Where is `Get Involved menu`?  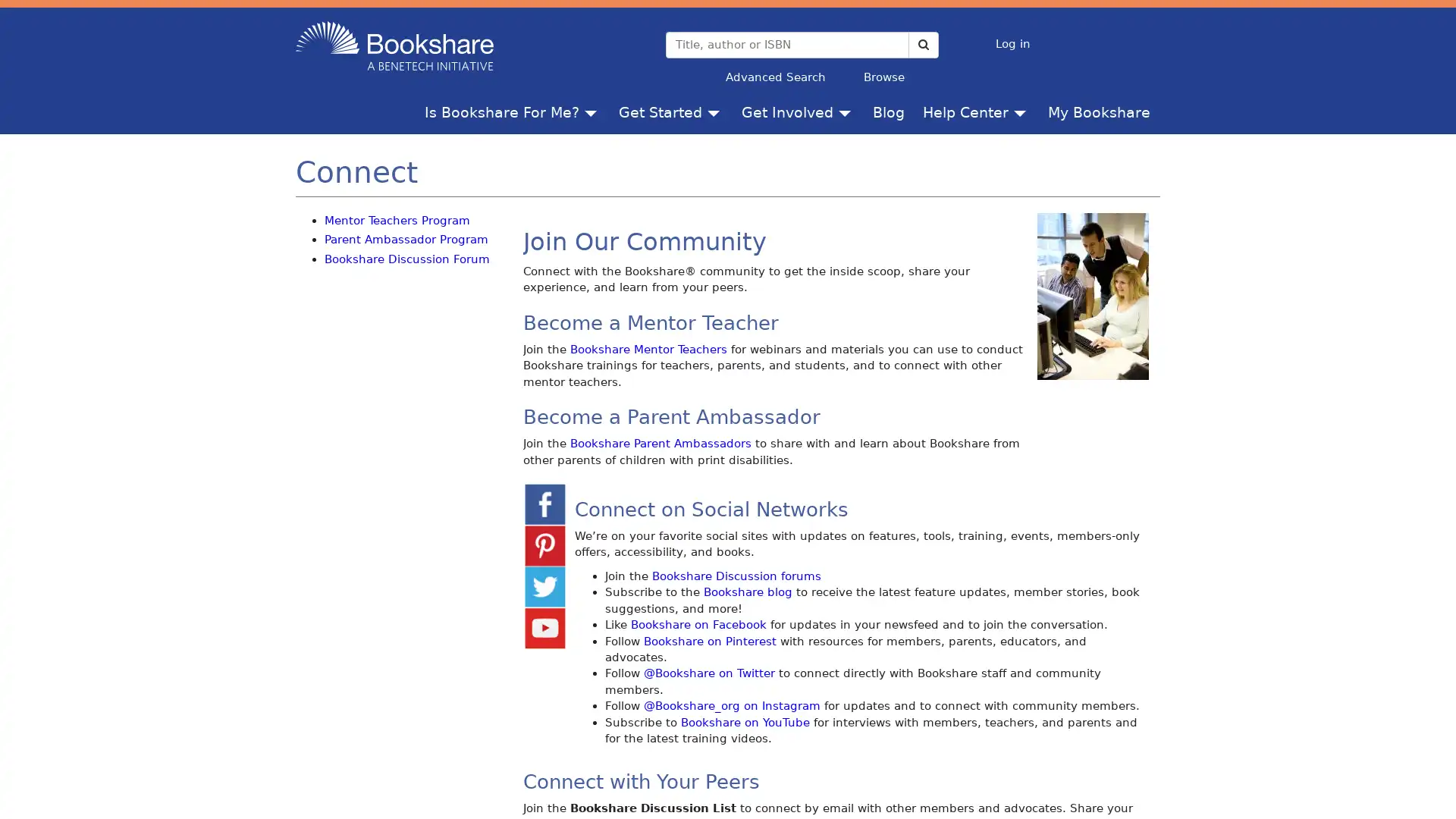
Get Involved menu is located at coordinates (847, 111).